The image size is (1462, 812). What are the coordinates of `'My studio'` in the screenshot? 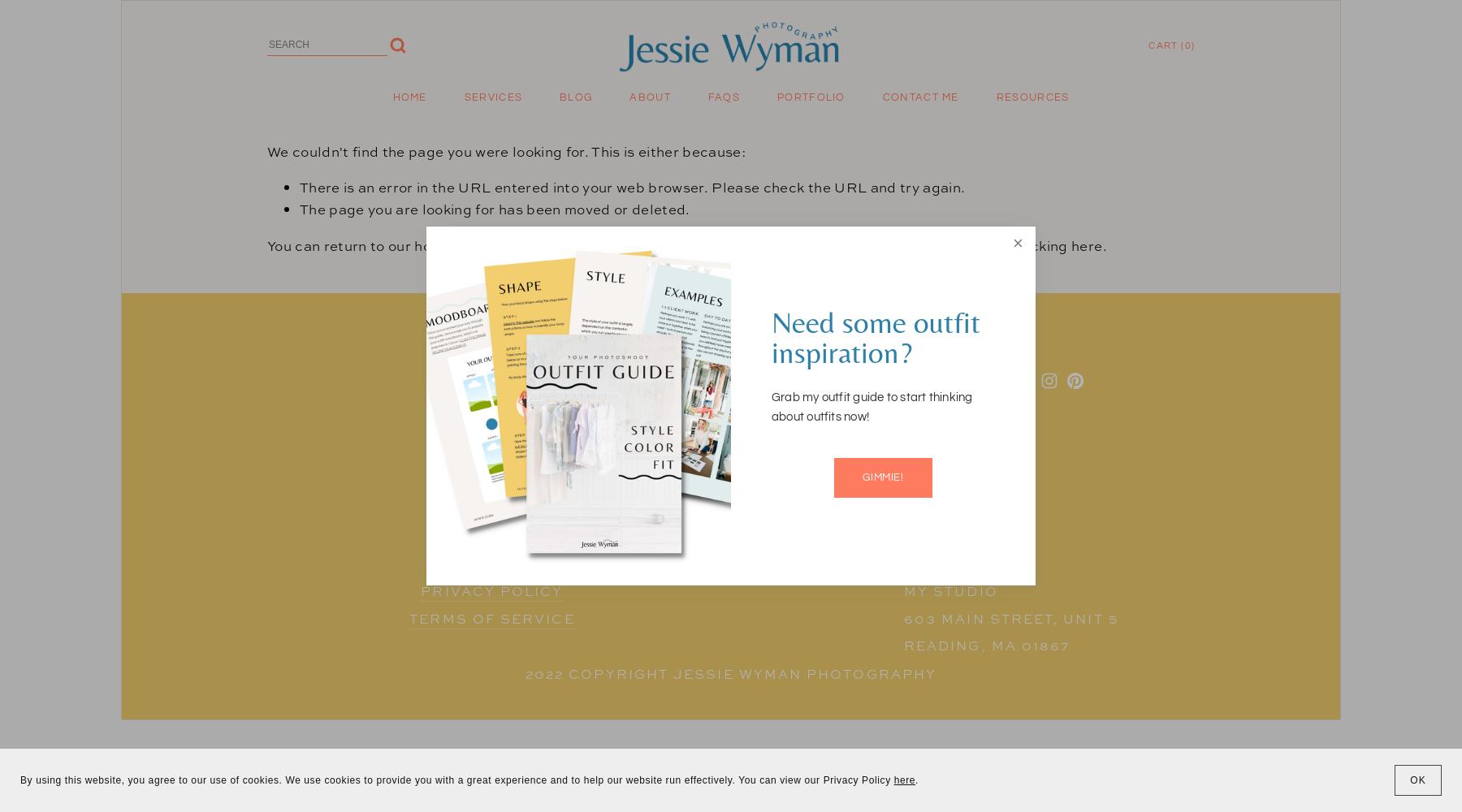 It's located at (949, 590).